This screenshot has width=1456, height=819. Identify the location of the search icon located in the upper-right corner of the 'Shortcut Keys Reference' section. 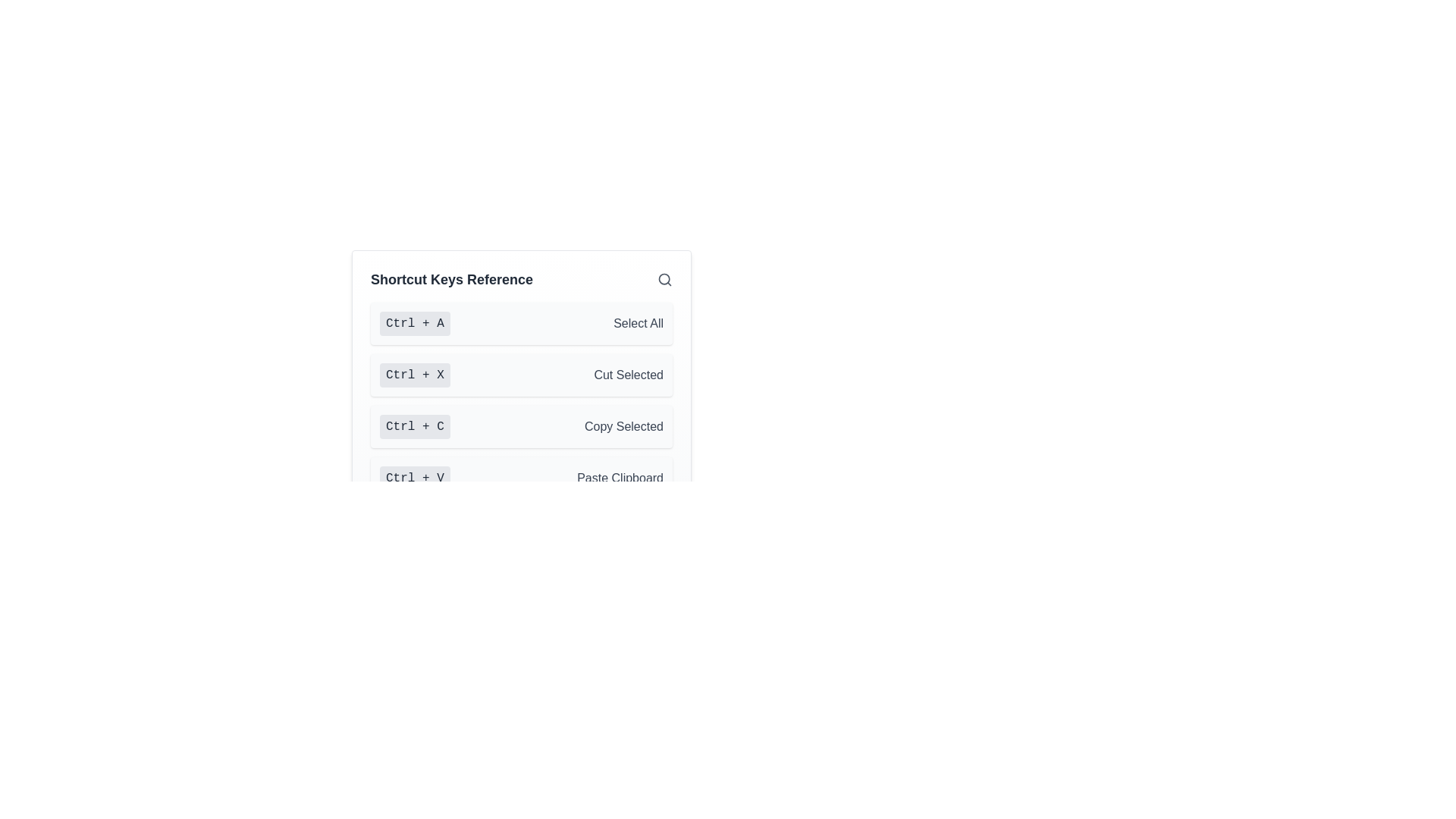
(665, 280).